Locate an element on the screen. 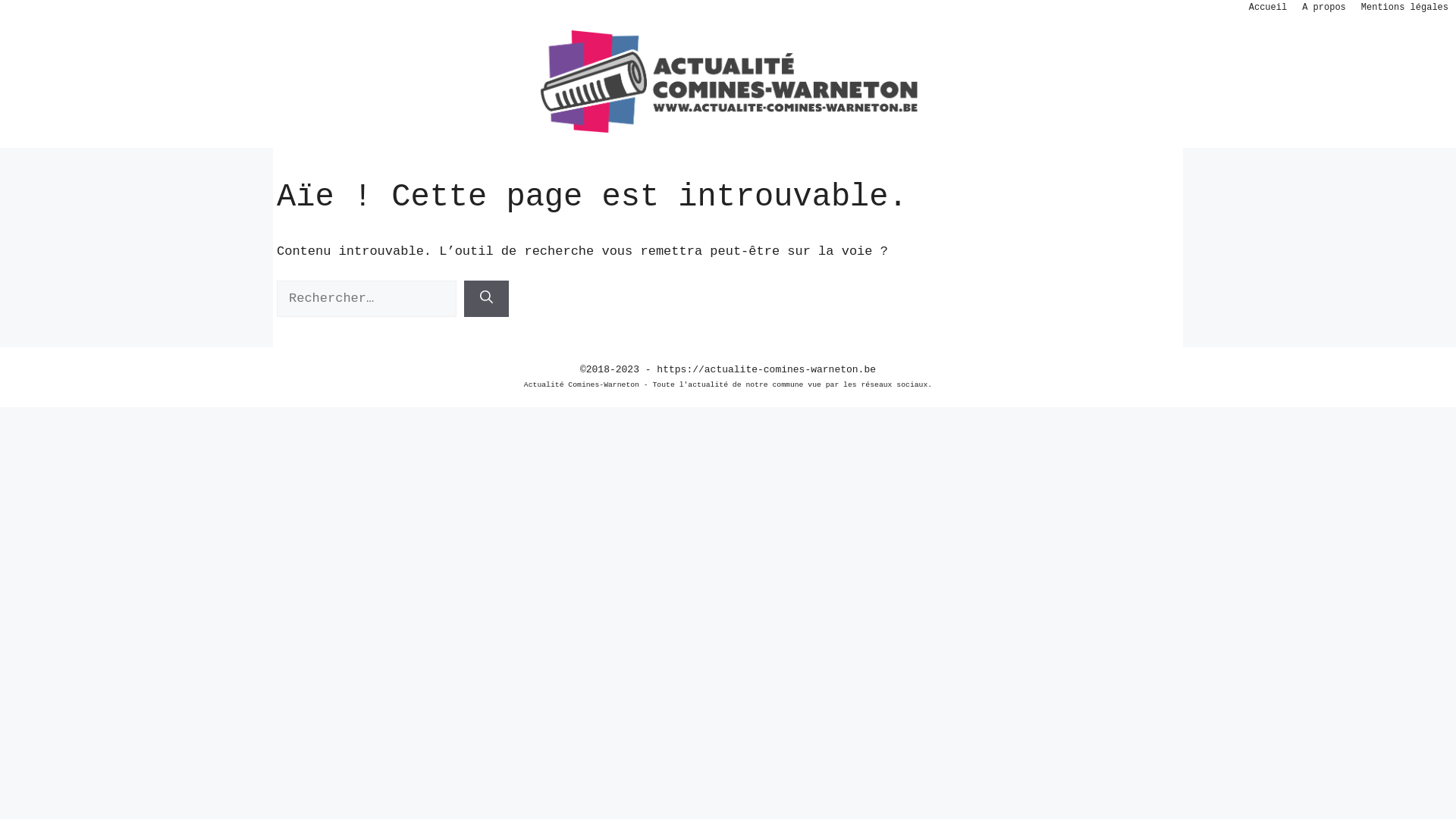 The image size is (1456, 819). 'Accueil' is located at coordinates (1267, 8).